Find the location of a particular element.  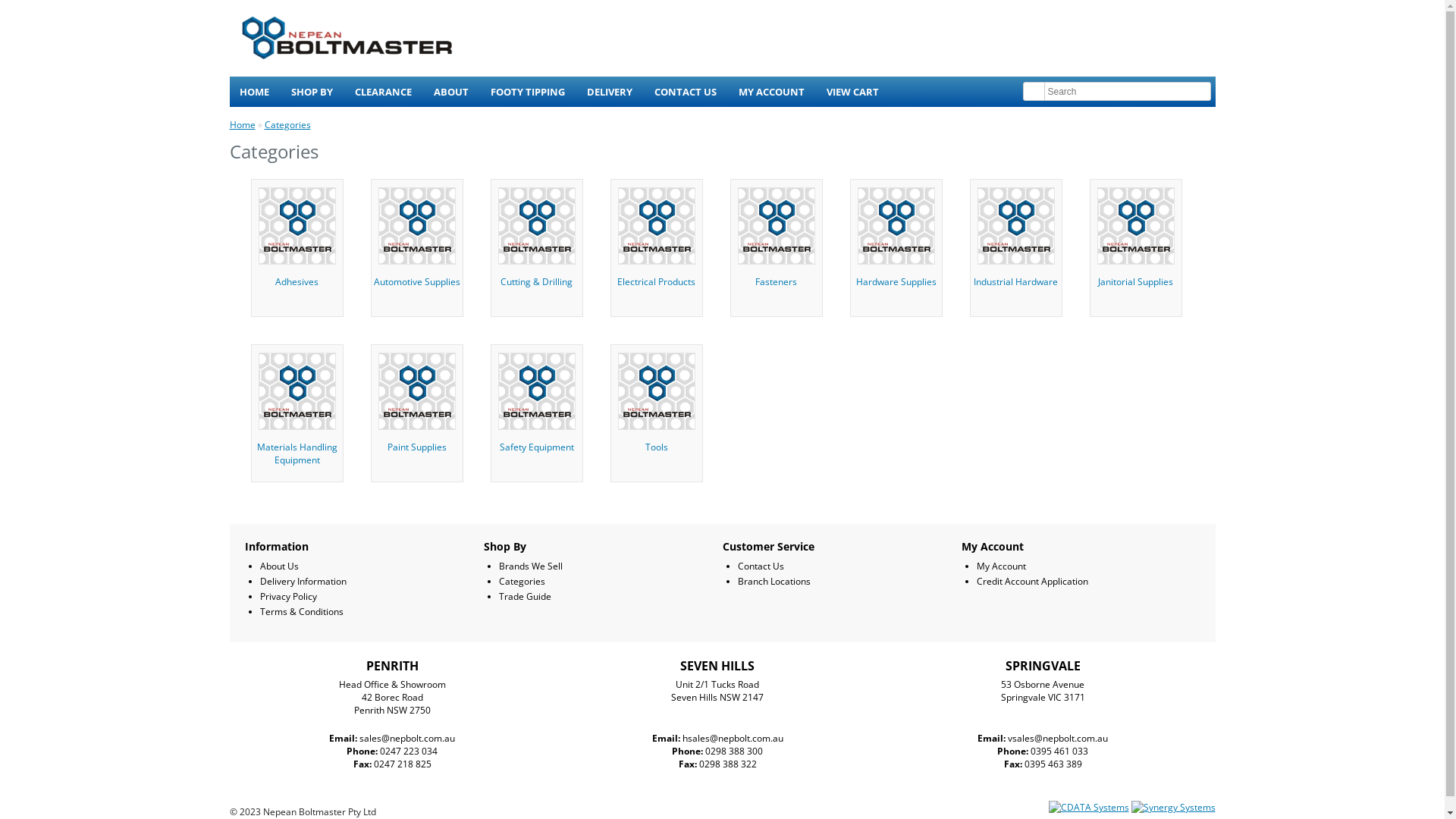

'Terms & Conditions' is located at coordinates (301, 610).